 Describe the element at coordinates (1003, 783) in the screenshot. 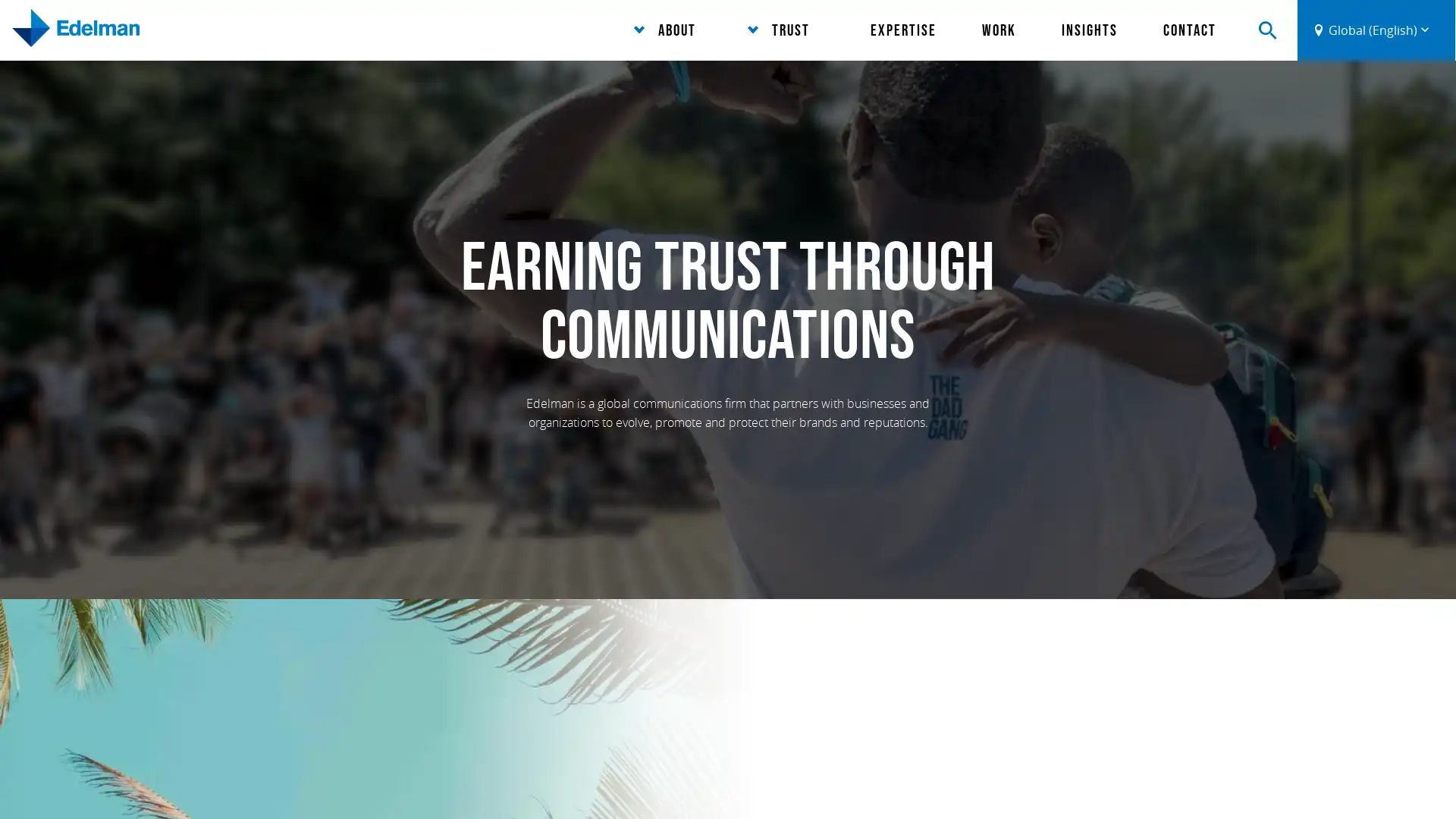

I see `Decline` at that location.